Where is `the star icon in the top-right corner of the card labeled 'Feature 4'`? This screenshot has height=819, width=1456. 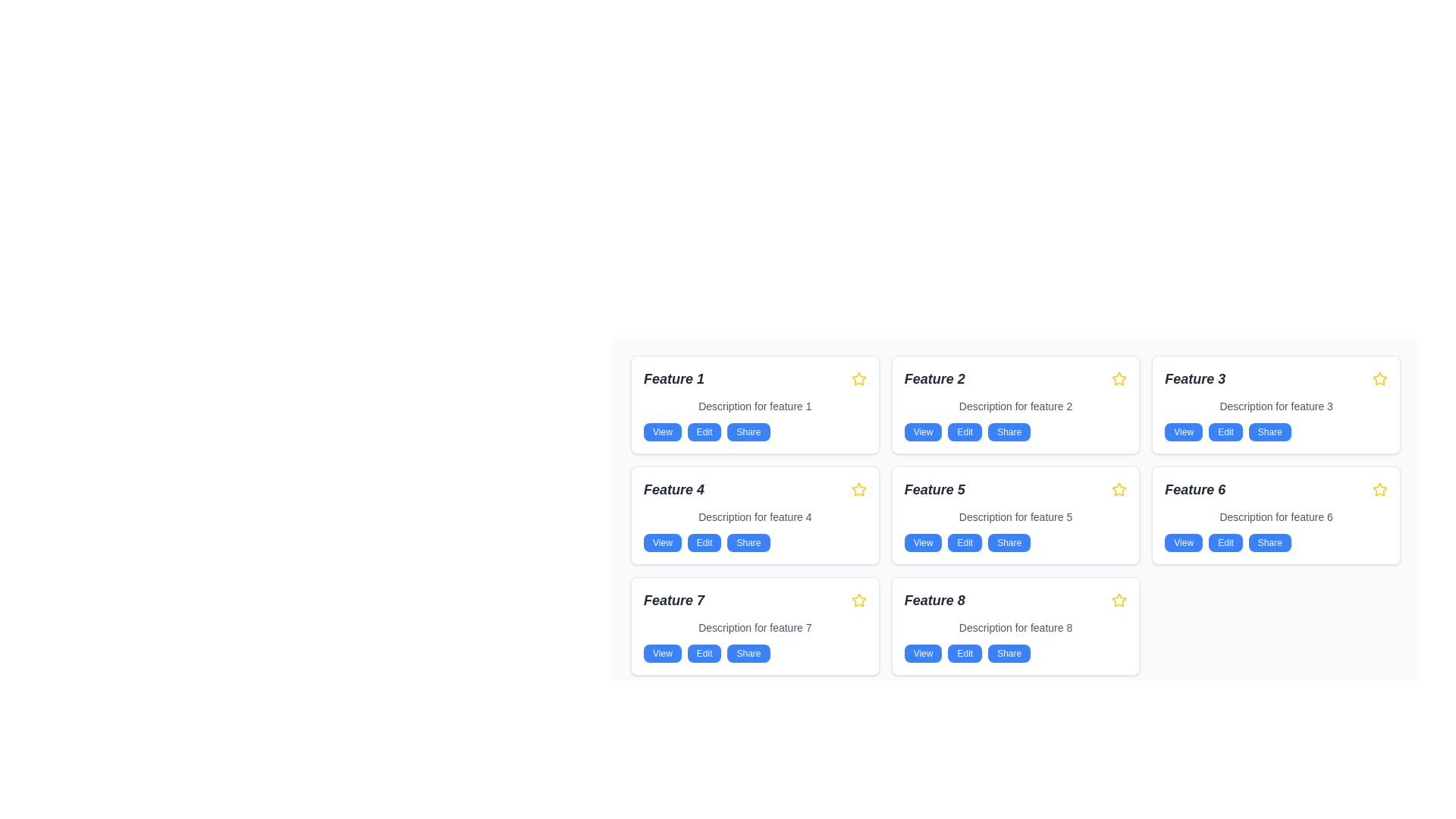
the star icon in the top-right corner of the card labeled 'Feature 4' is located at coordinates (858, 378).